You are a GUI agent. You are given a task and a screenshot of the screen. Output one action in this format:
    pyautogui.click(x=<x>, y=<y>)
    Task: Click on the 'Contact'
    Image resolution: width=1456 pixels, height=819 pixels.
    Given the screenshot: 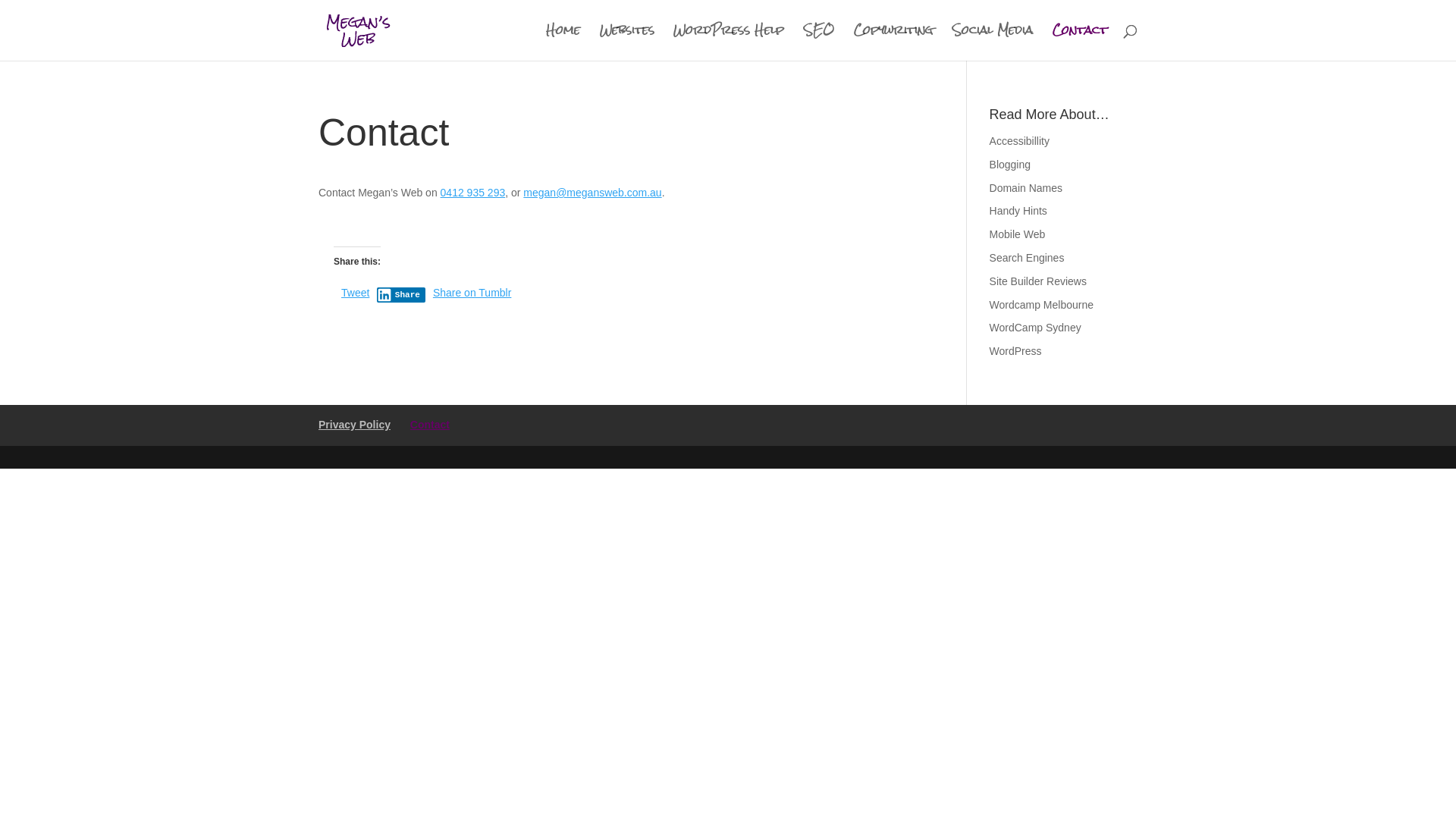 What is the action you would take?
    pyautogui.click(x=428, y=424)
    